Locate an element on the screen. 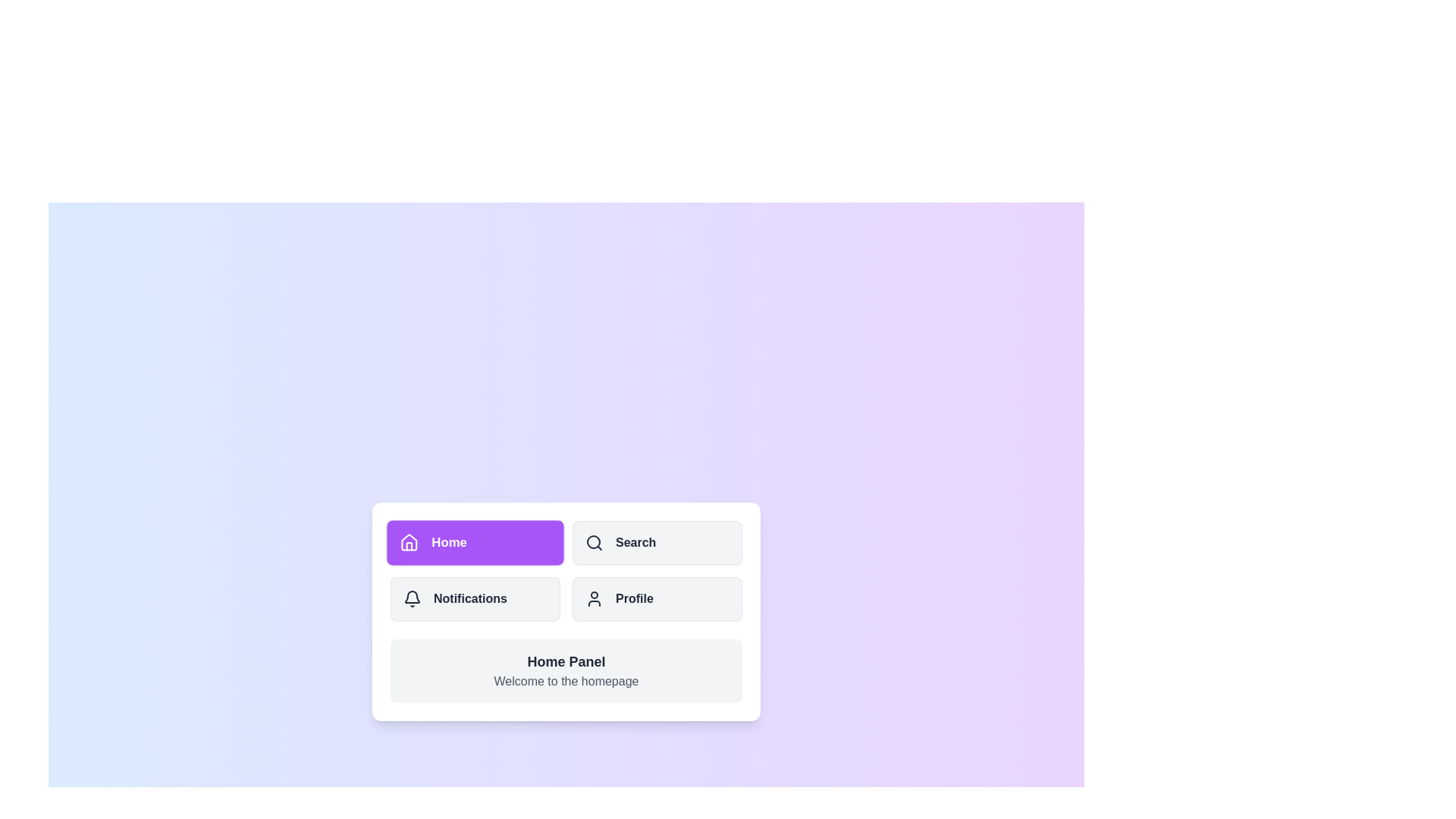  the Notifications tab in the navigation menu is located at coordinates (475, 598).